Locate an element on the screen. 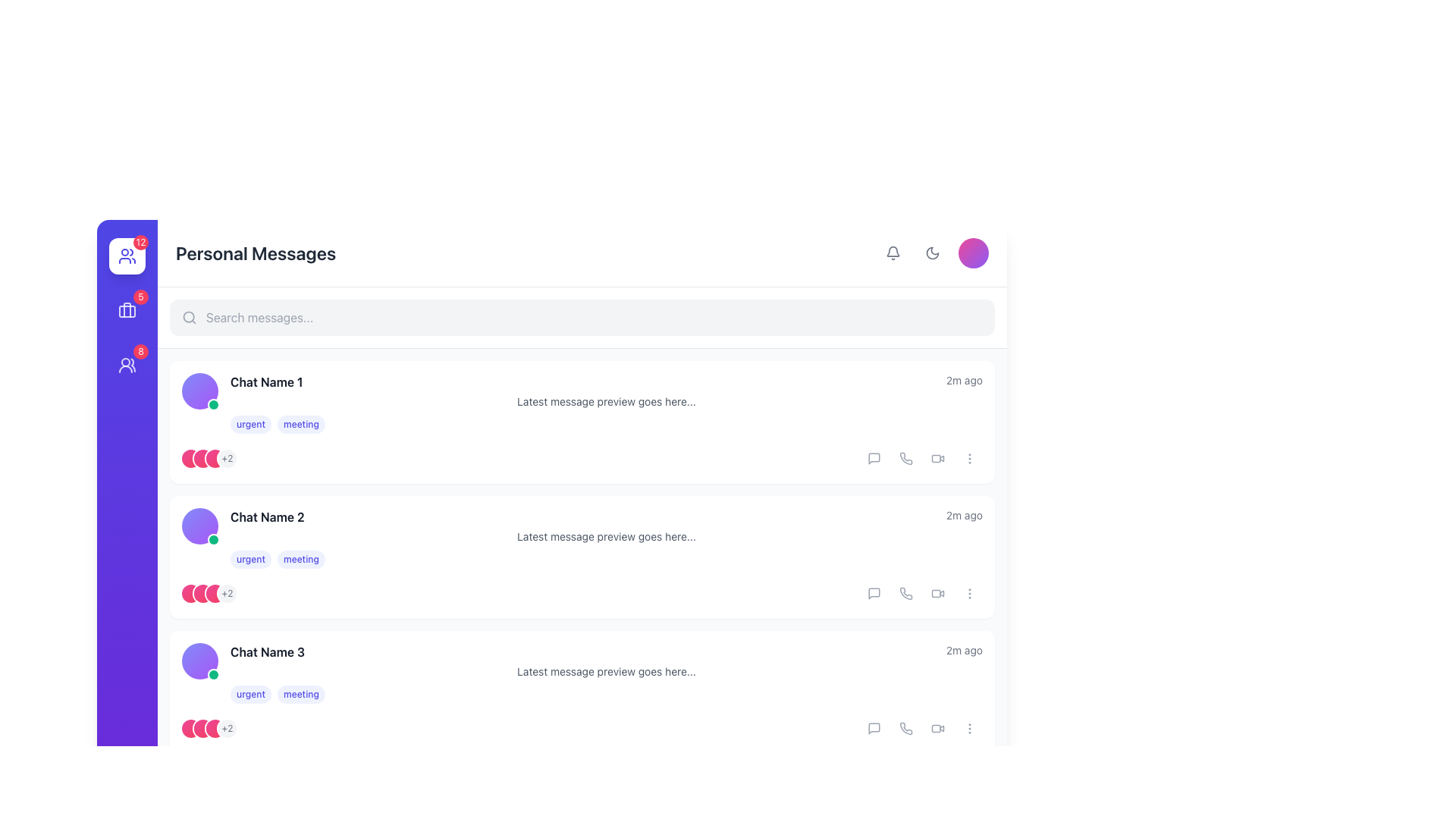  the second chat item in the vertically listed chat feed is located at coordinates (582, 537).